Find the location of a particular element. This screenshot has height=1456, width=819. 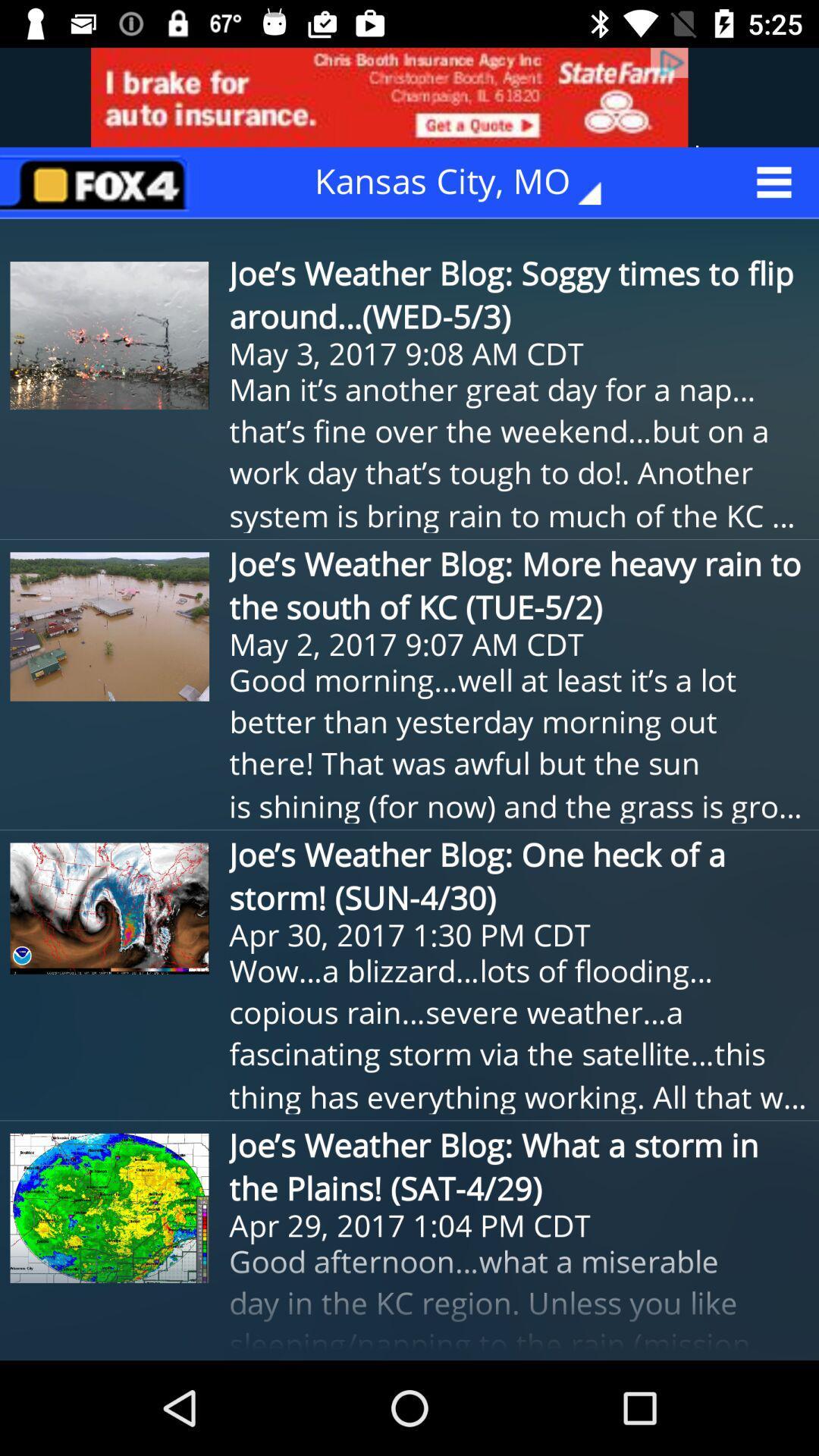

search is located at coordinates (99, 182).